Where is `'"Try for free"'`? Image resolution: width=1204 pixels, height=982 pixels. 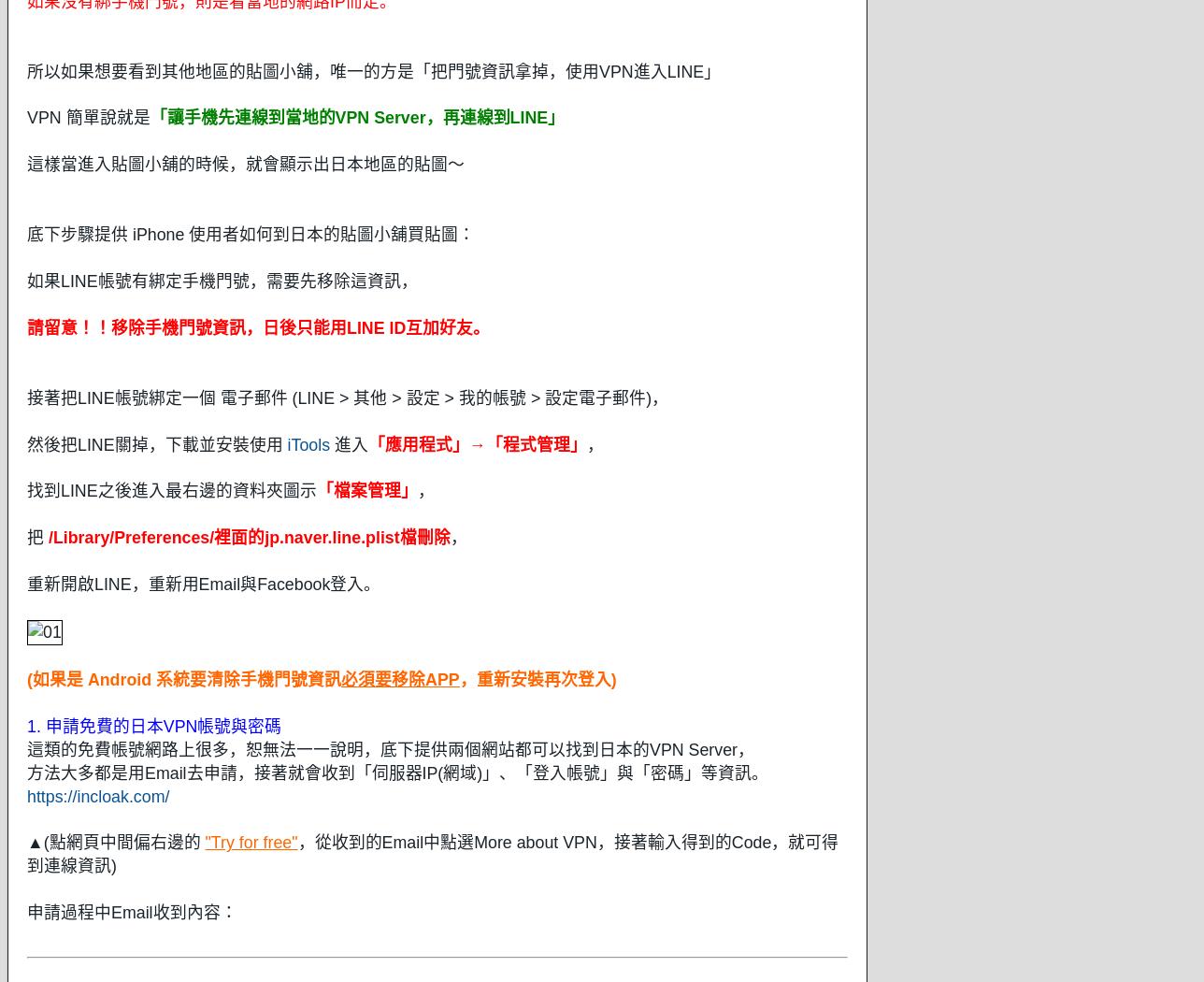 '"Try for free"' is located at coordinates (203, 843).